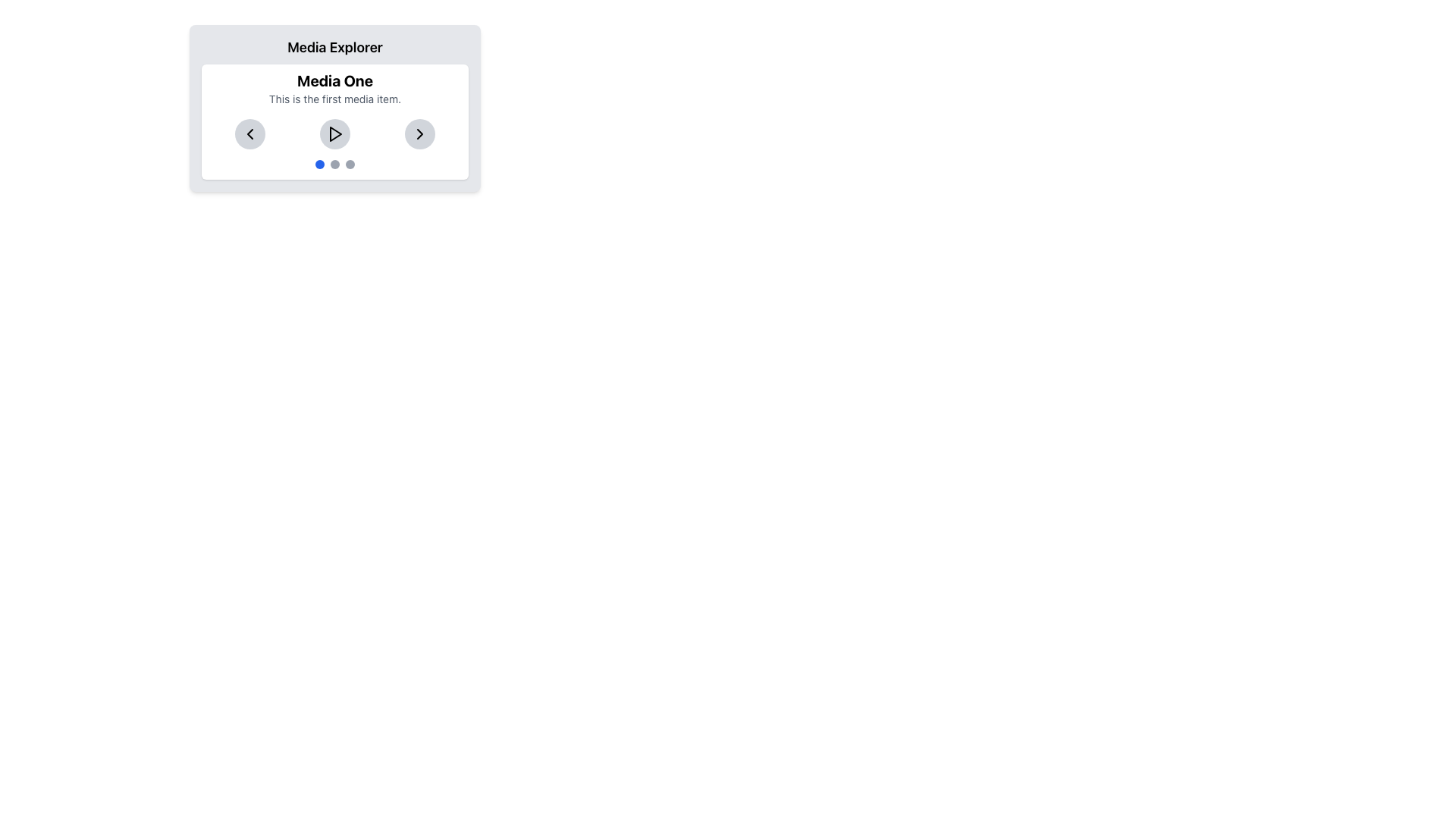 This screenshot has height=819, width=1456. What do you see at coordinates (250, 133) in the screenshot?
I see `the left-pointing chevron icon within the circular button on the left side of the navigation controls` at bounding box center [250, 133].